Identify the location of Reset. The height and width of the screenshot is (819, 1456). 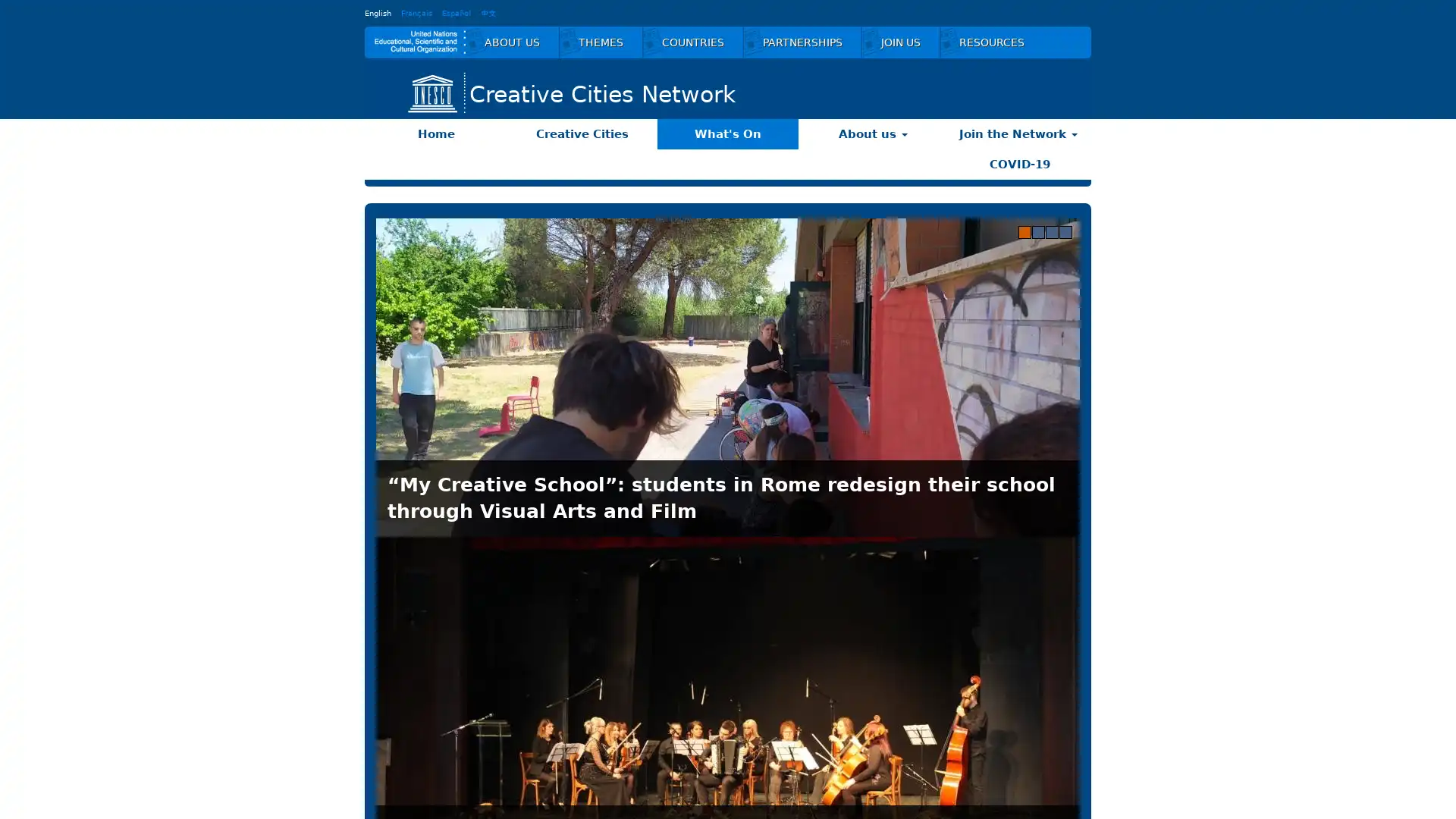
(935, 748).